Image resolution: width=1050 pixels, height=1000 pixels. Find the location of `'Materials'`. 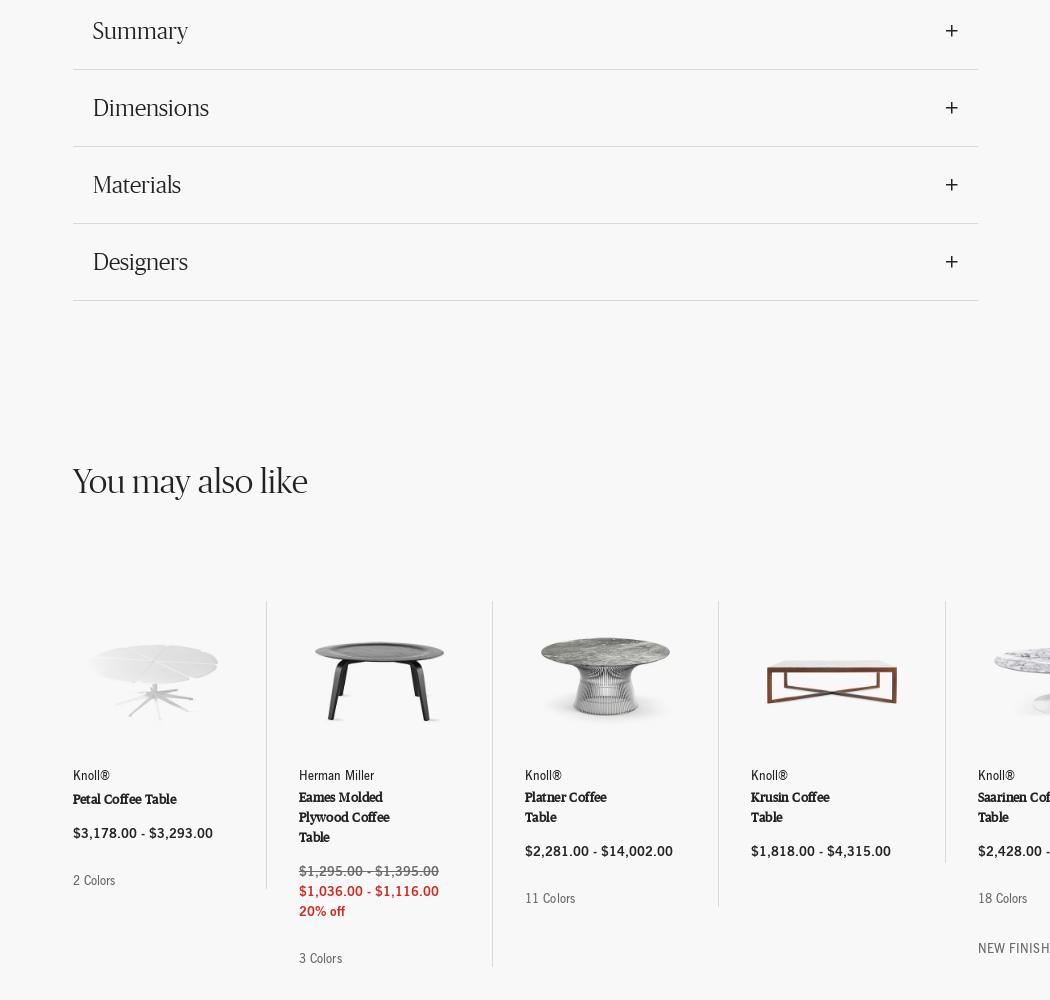

'Materials' is located at coordinates (134, 184).